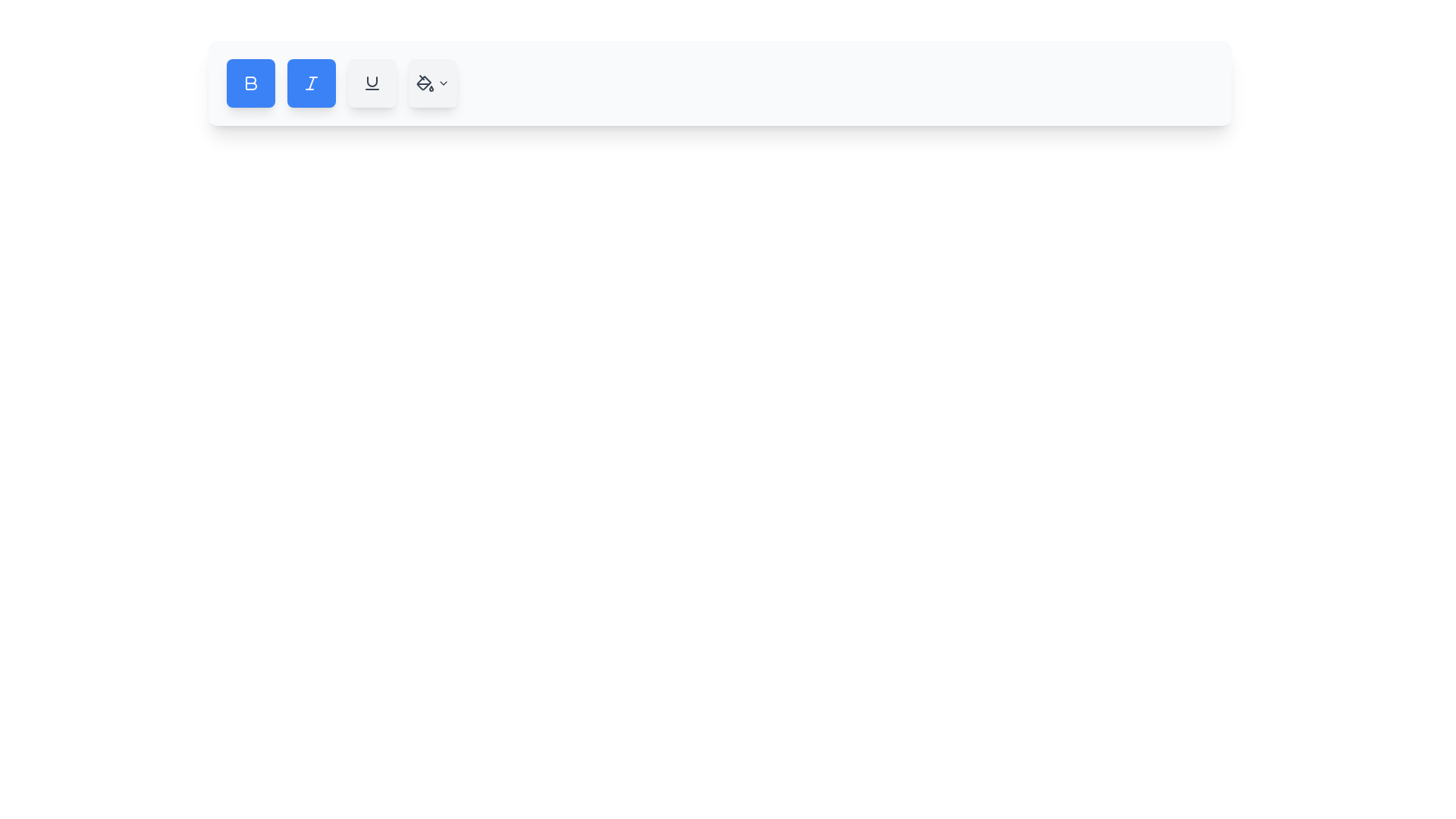  What do you see at coordinates (425, 83) in the screenshot?
I see `the button with a paint bucket icon located in the toolbar` at bounding box center [425, 83].